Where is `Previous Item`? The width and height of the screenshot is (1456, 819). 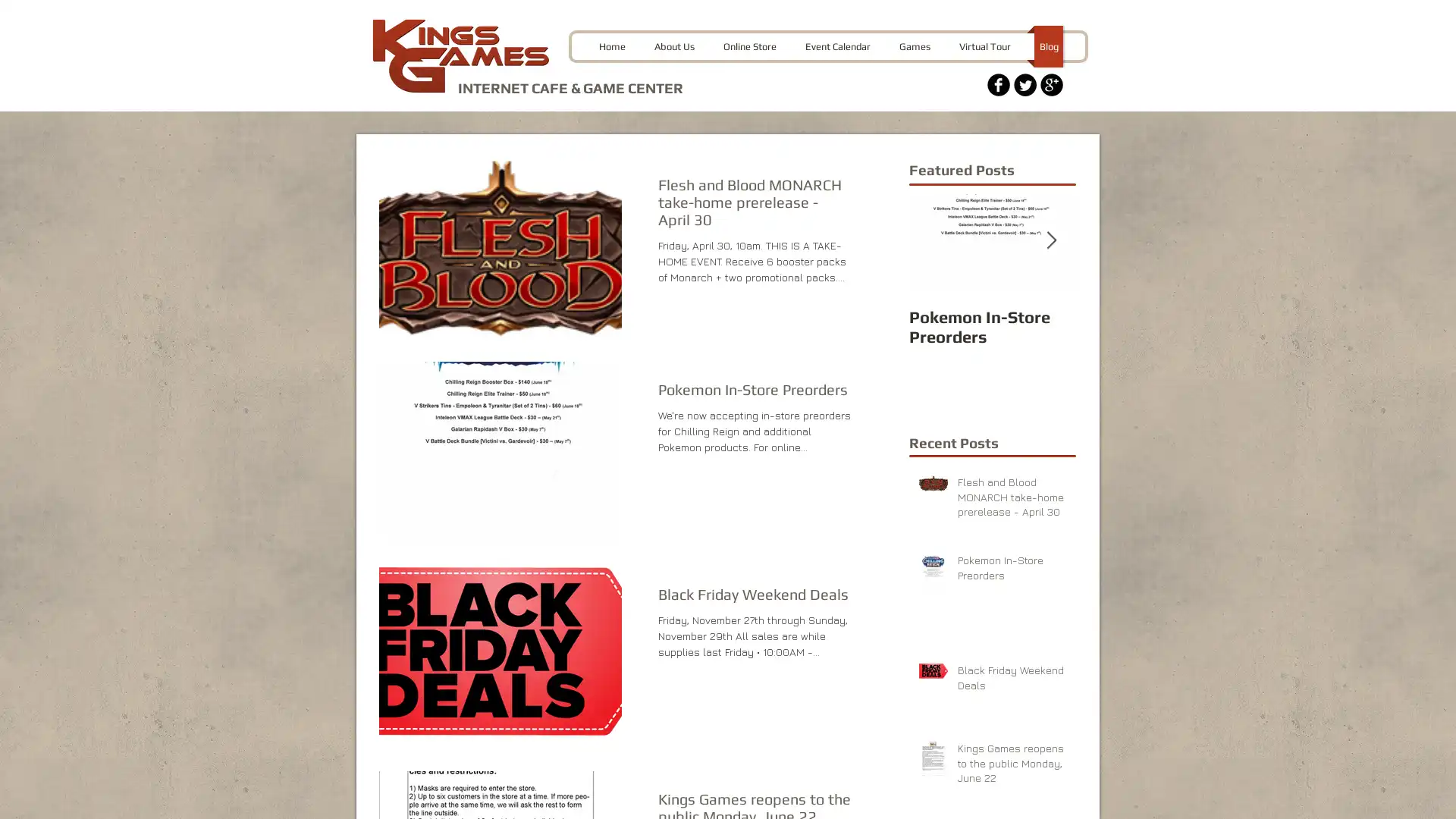
Previous Item is located at coordinates (932, 239).